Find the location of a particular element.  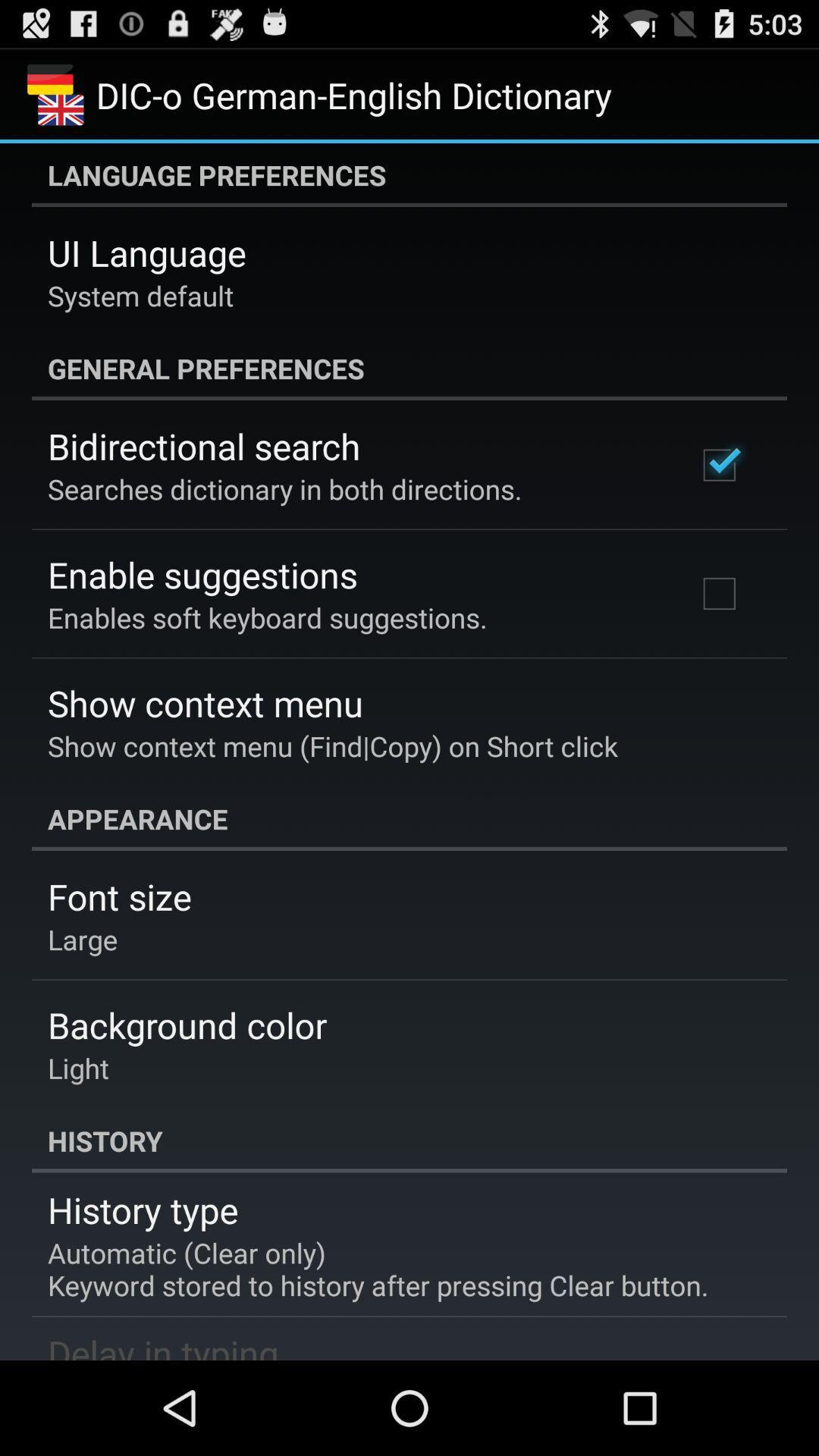

light is located at coordinates (78, 1067).